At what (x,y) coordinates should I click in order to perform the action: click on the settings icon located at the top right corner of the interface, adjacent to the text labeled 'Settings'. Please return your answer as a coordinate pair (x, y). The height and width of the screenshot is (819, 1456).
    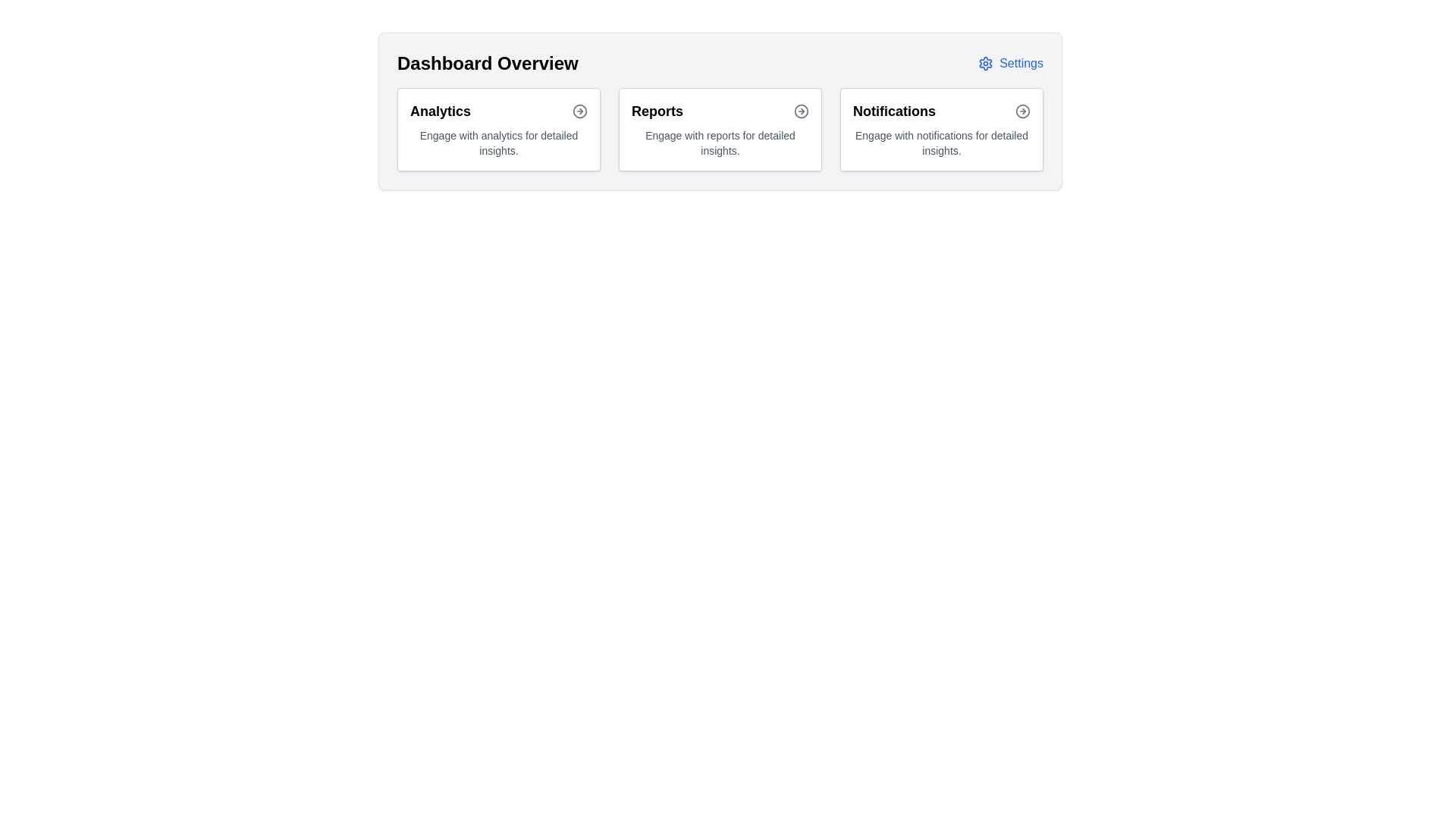
    Looking at the image, I should click on (986, 63).